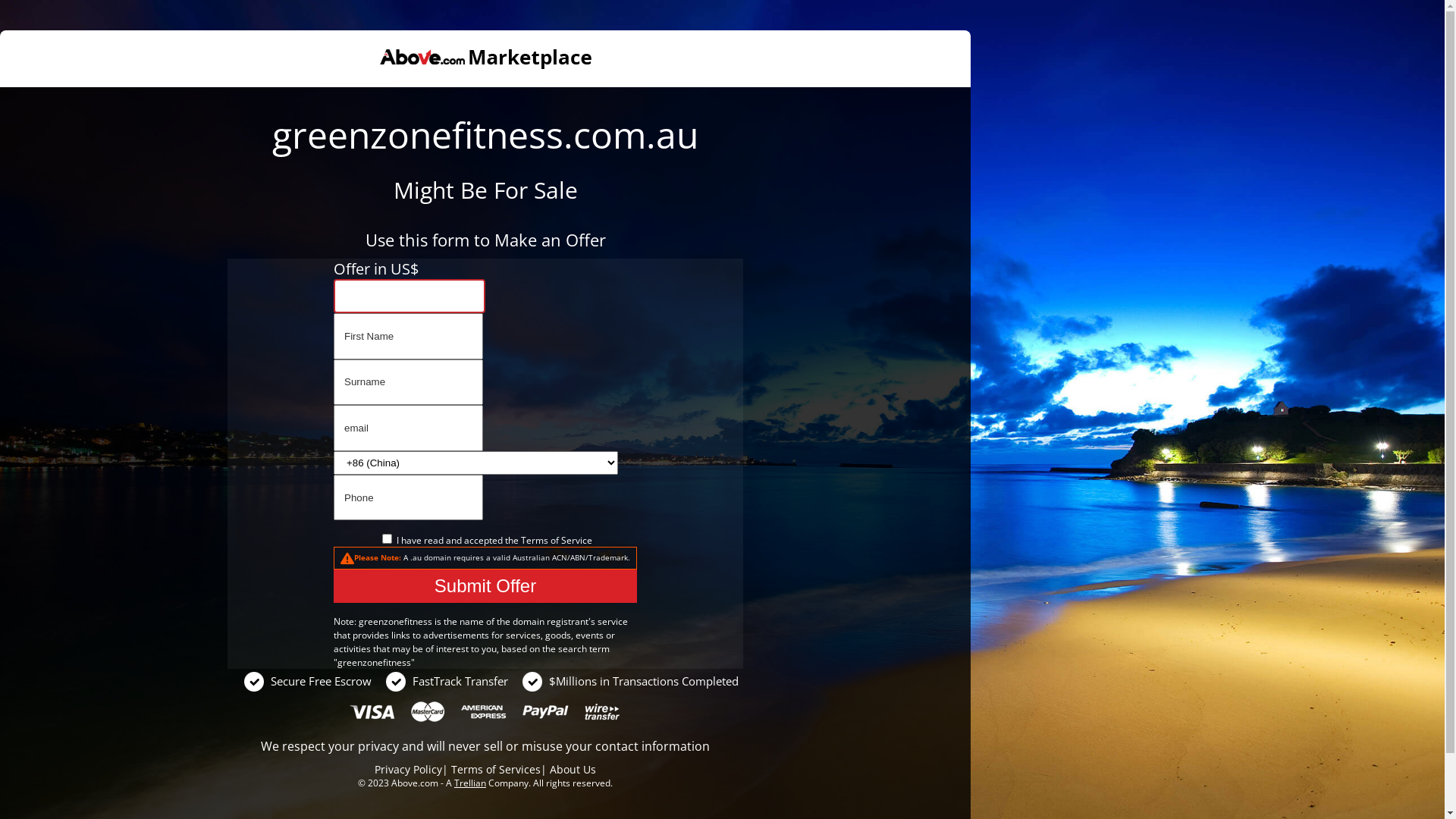 This screenshot has height=819, width=1456. What do you see at coordinates (469, 783) in the screenshot?
I see `'Trellian'` at bounding box center [469, 783].